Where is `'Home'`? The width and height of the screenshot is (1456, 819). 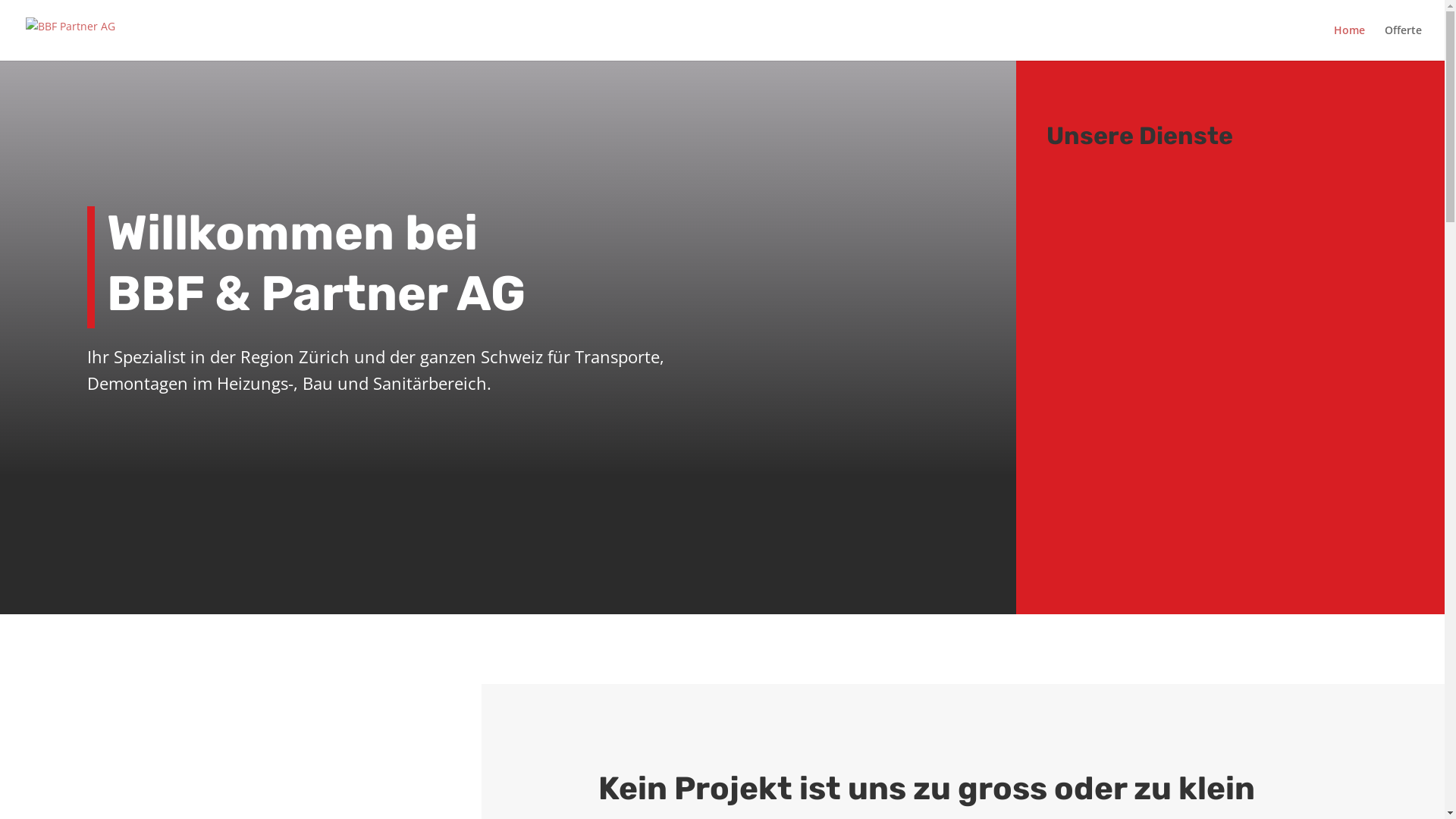 'Home' is located at coordinates (1349, 42).